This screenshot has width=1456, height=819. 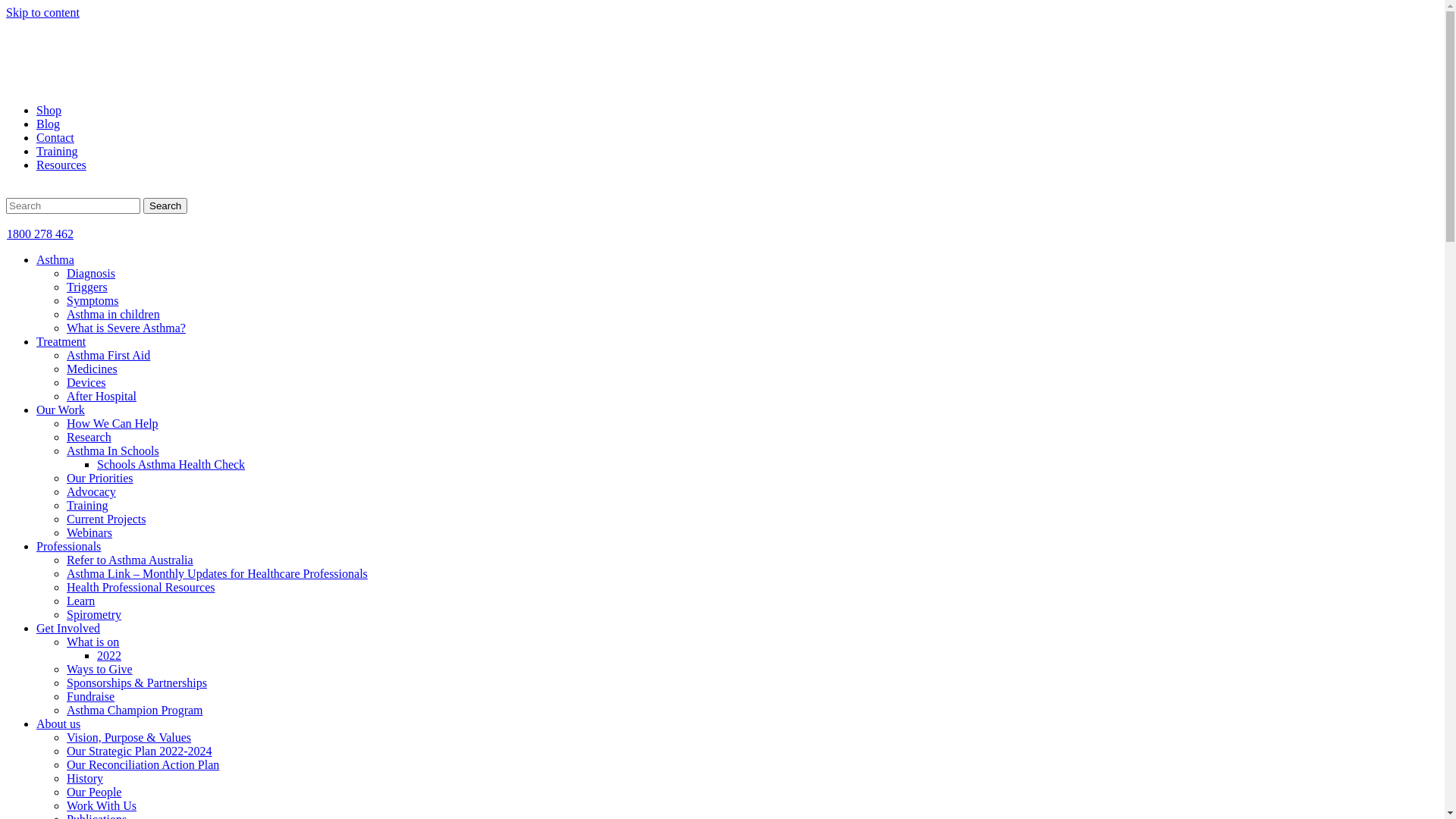 I want to click on 'Skip to content', so click(x=42, y=12).